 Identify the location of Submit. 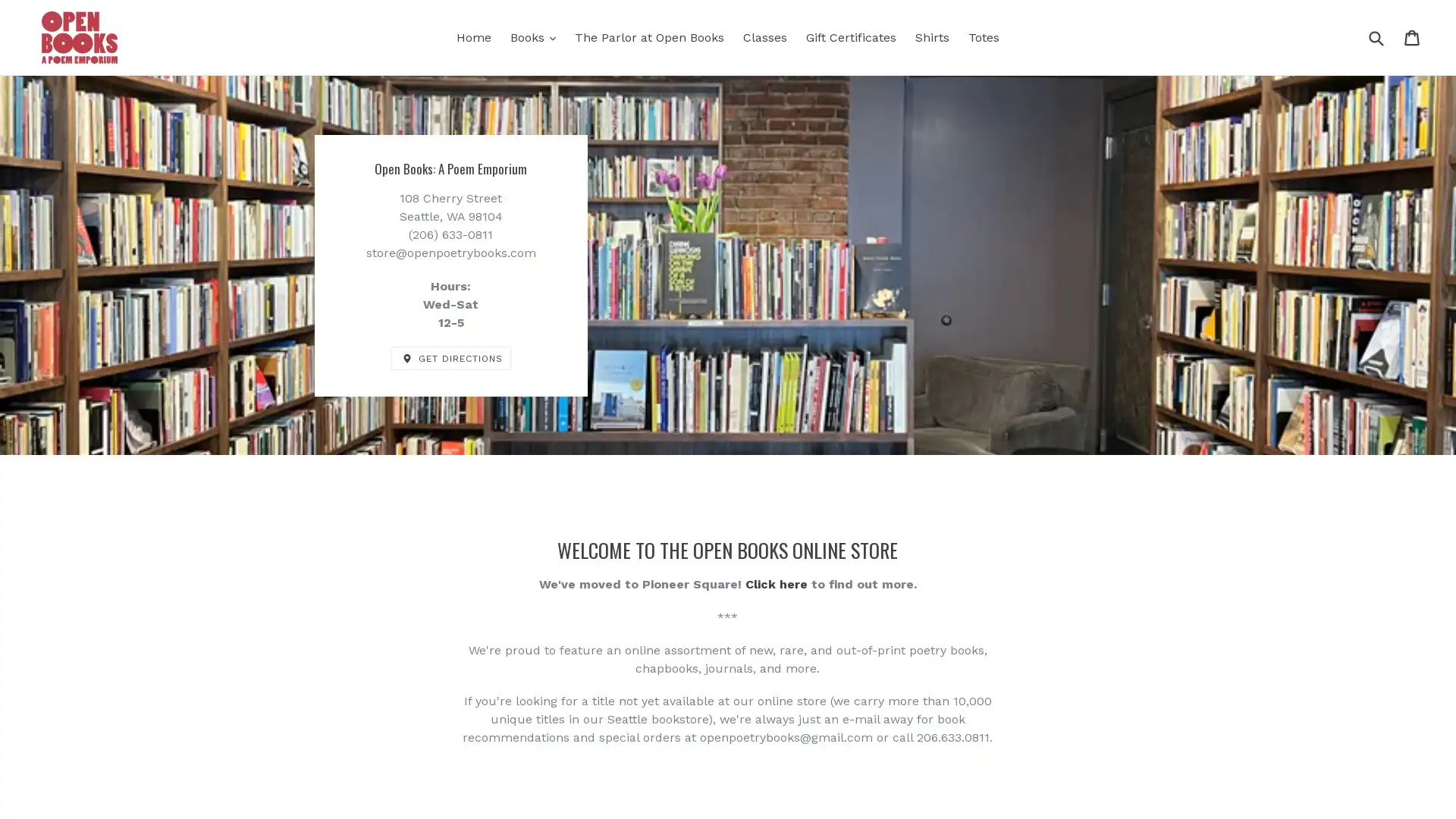
(1376, 36).